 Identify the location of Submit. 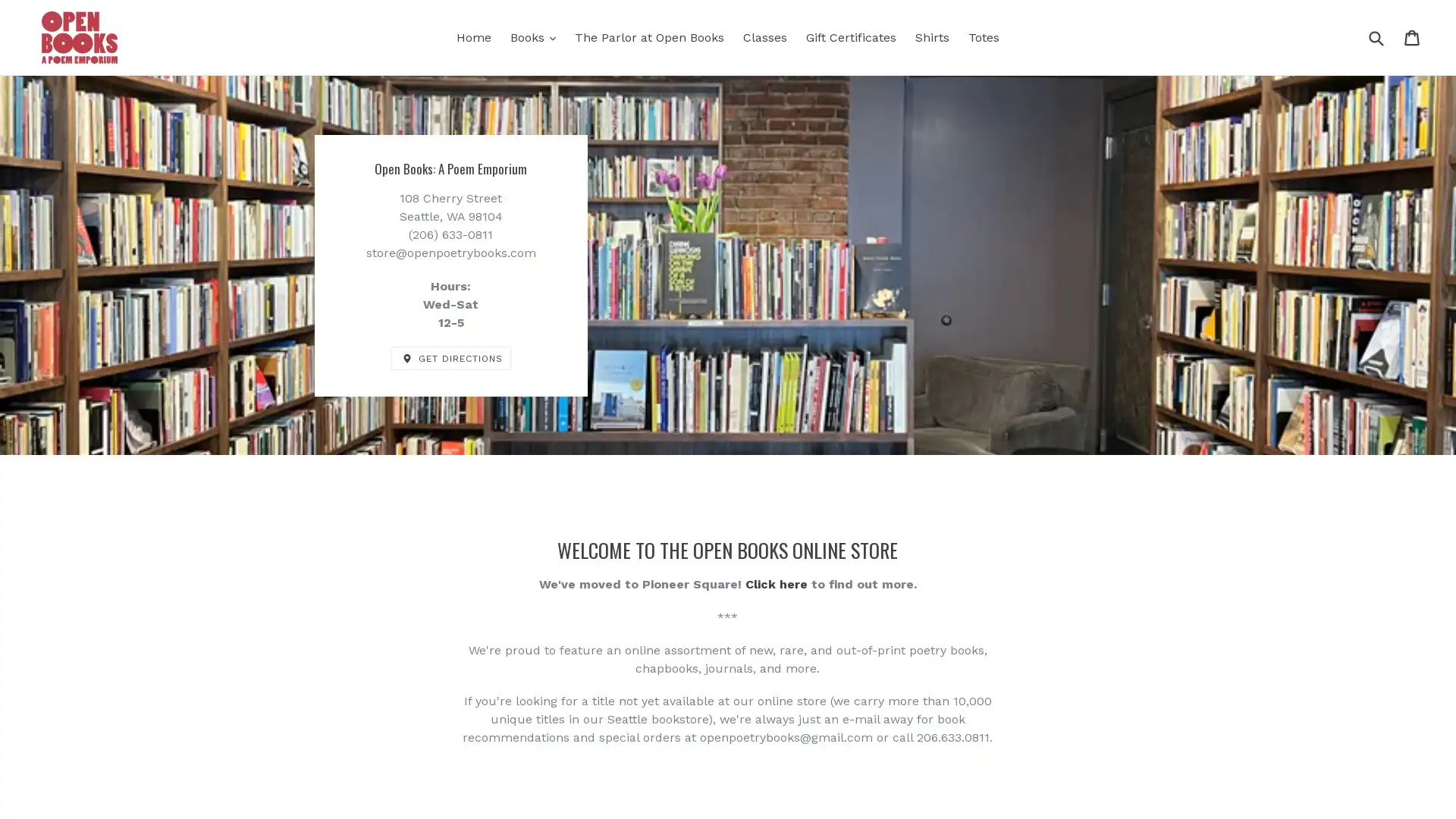
(1376, 36).